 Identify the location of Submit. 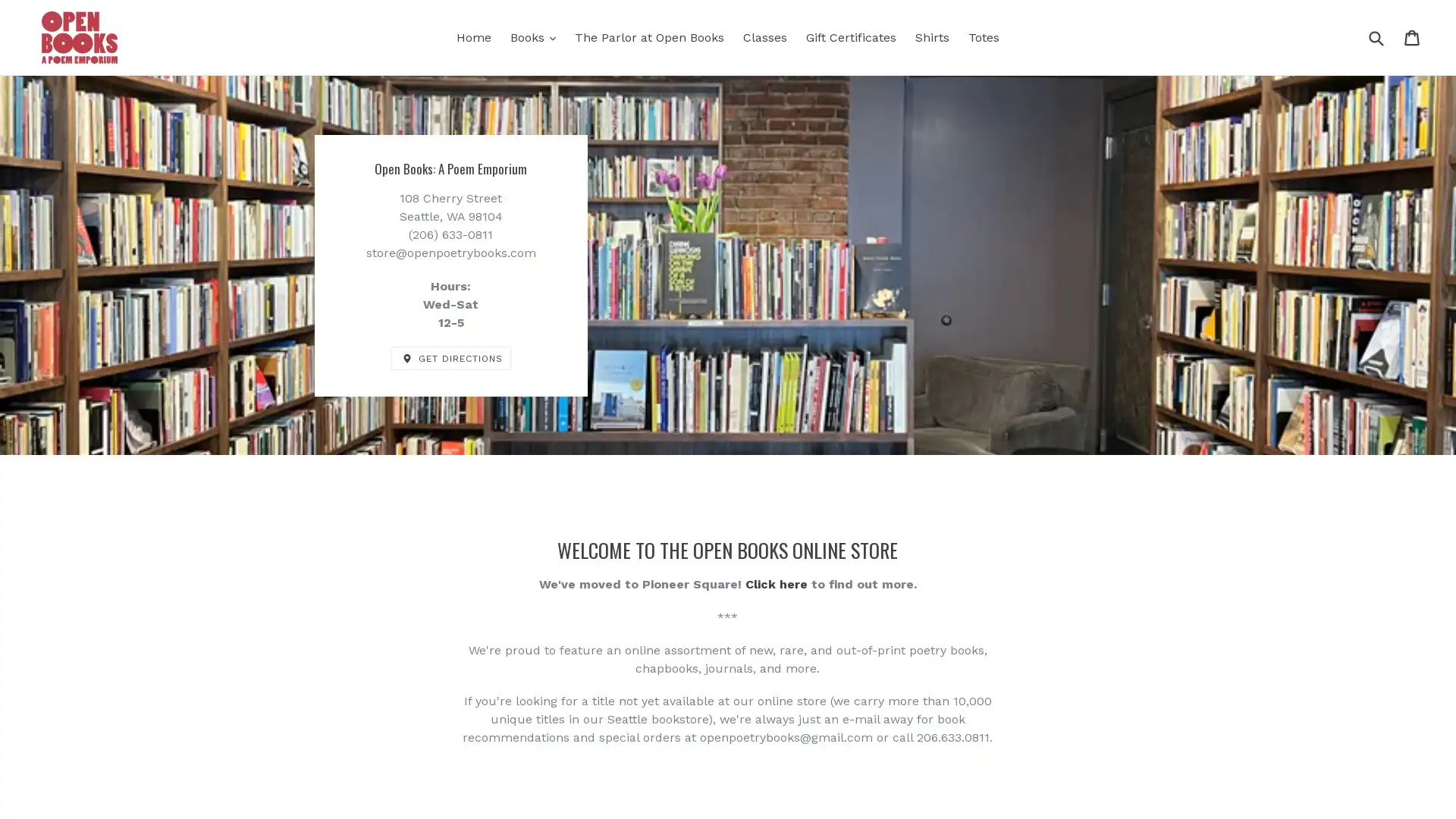
(1376, 36).